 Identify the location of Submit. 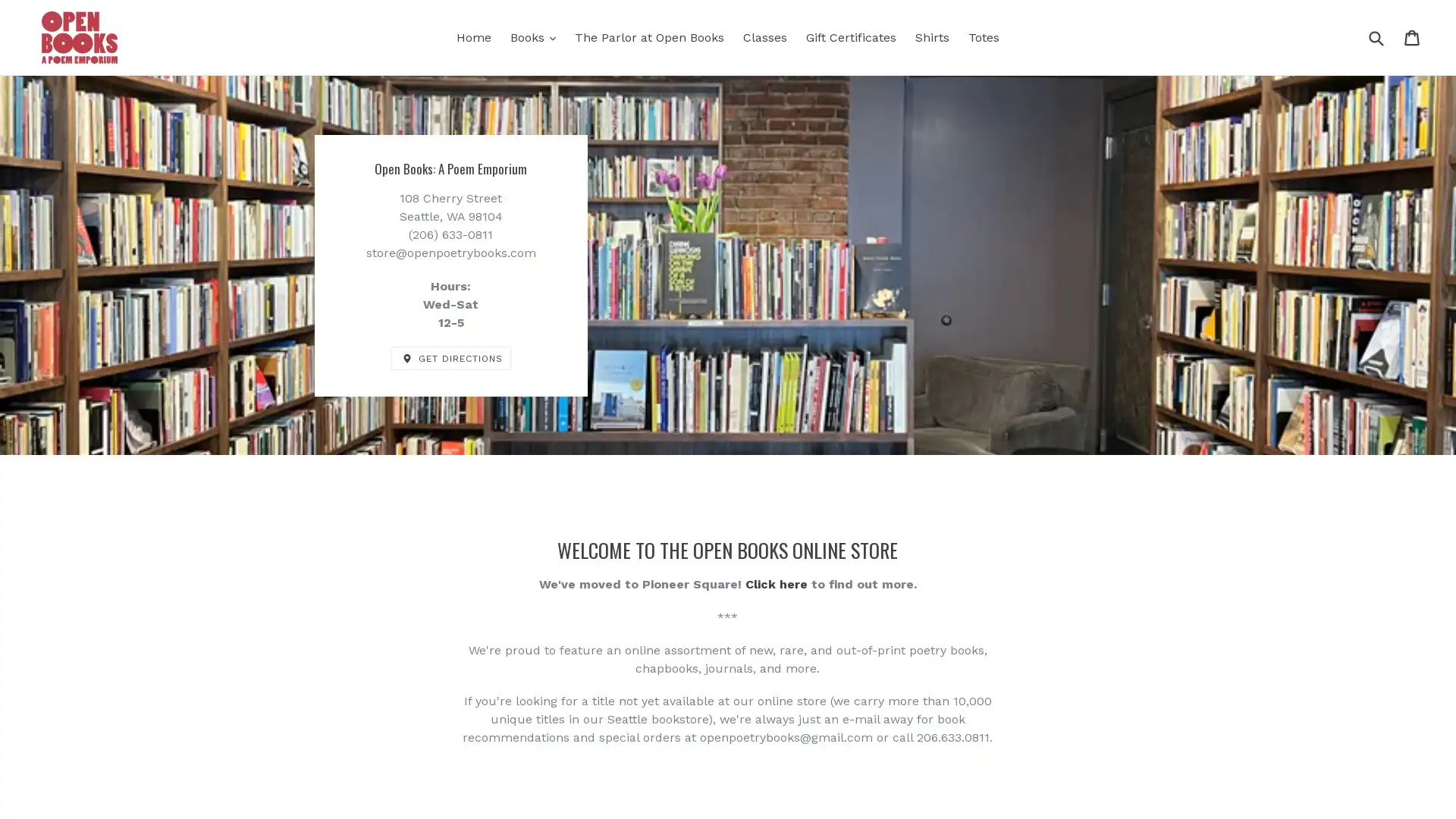
(1376, 36).